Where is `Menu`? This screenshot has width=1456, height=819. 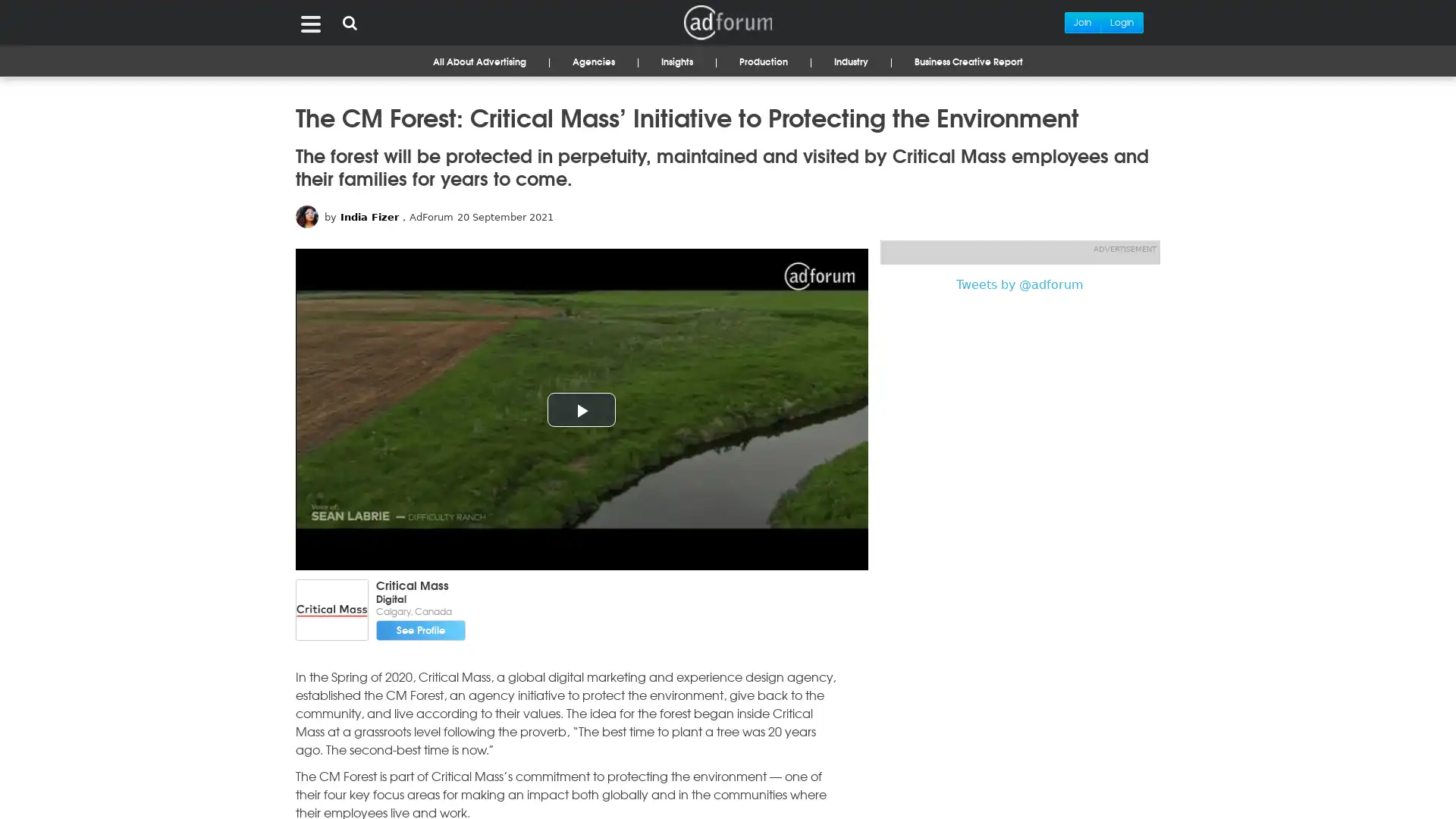 Menu is located at coordinates (309, 22).